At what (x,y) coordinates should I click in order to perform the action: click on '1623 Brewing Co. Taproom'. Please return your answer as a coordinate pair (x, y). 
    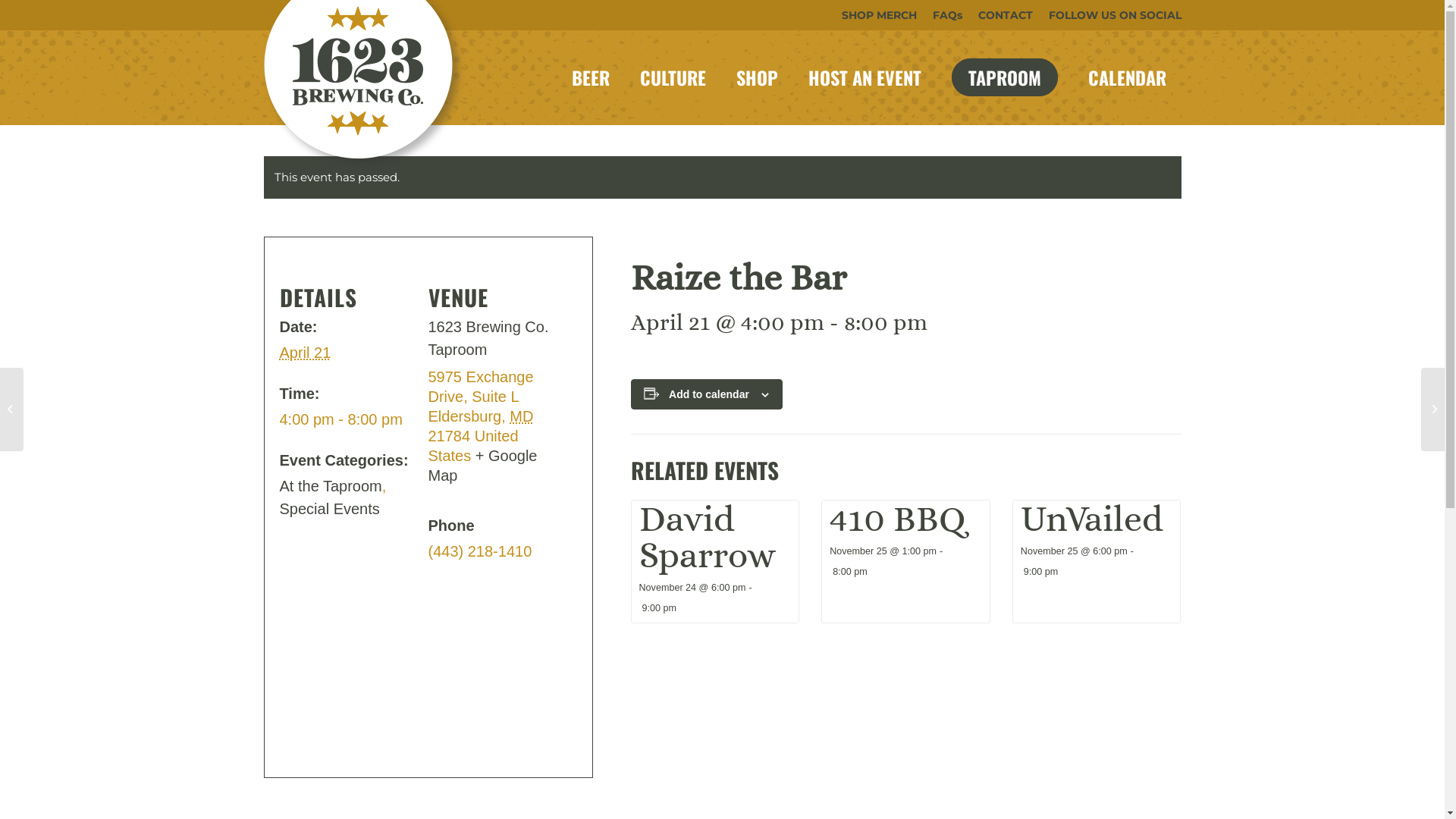
    Looking at the image, I should click on (427, 337).